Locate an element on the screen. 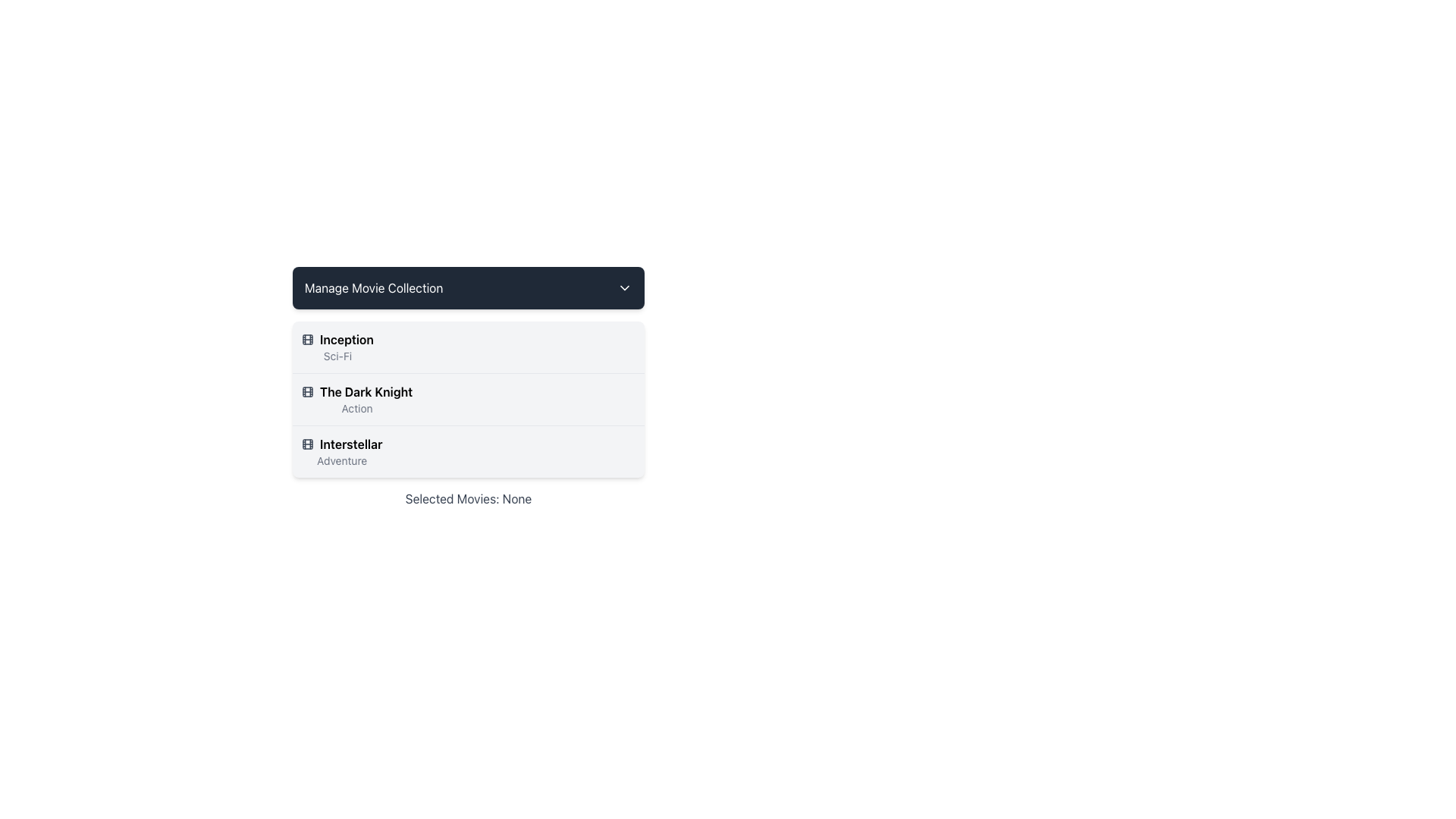  to select the movie entry 'Inception' with the subtext 'Sci-Fi' in the first row of the movie list below 'Manage Movie Collection' is located at coordinates (337, 347).